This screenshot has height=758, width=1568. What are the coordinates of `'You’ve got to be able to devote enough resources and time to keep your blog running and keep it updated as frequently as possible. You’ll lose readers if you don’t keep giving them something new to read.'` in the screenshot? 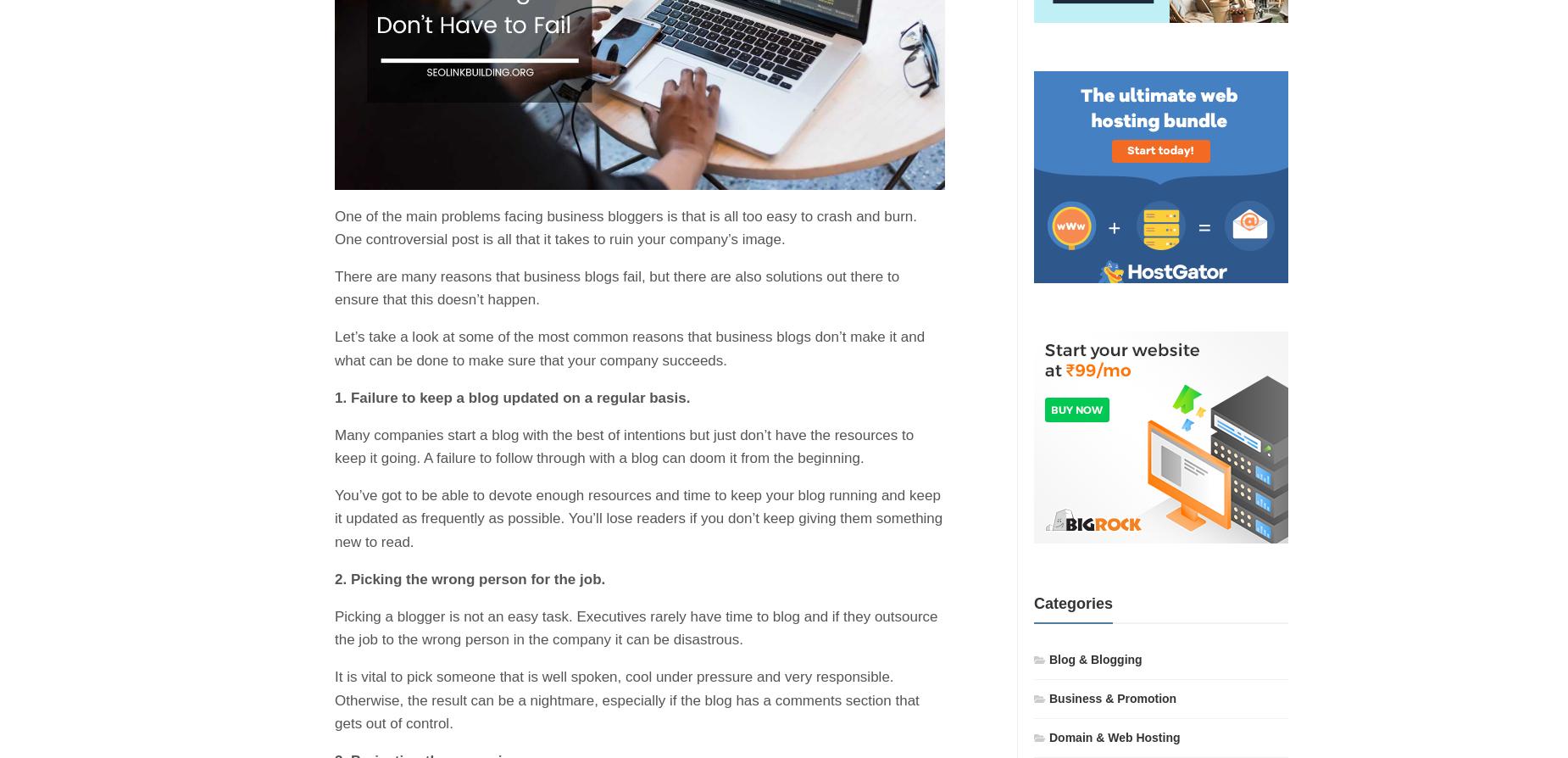 It's located at (333, 518).